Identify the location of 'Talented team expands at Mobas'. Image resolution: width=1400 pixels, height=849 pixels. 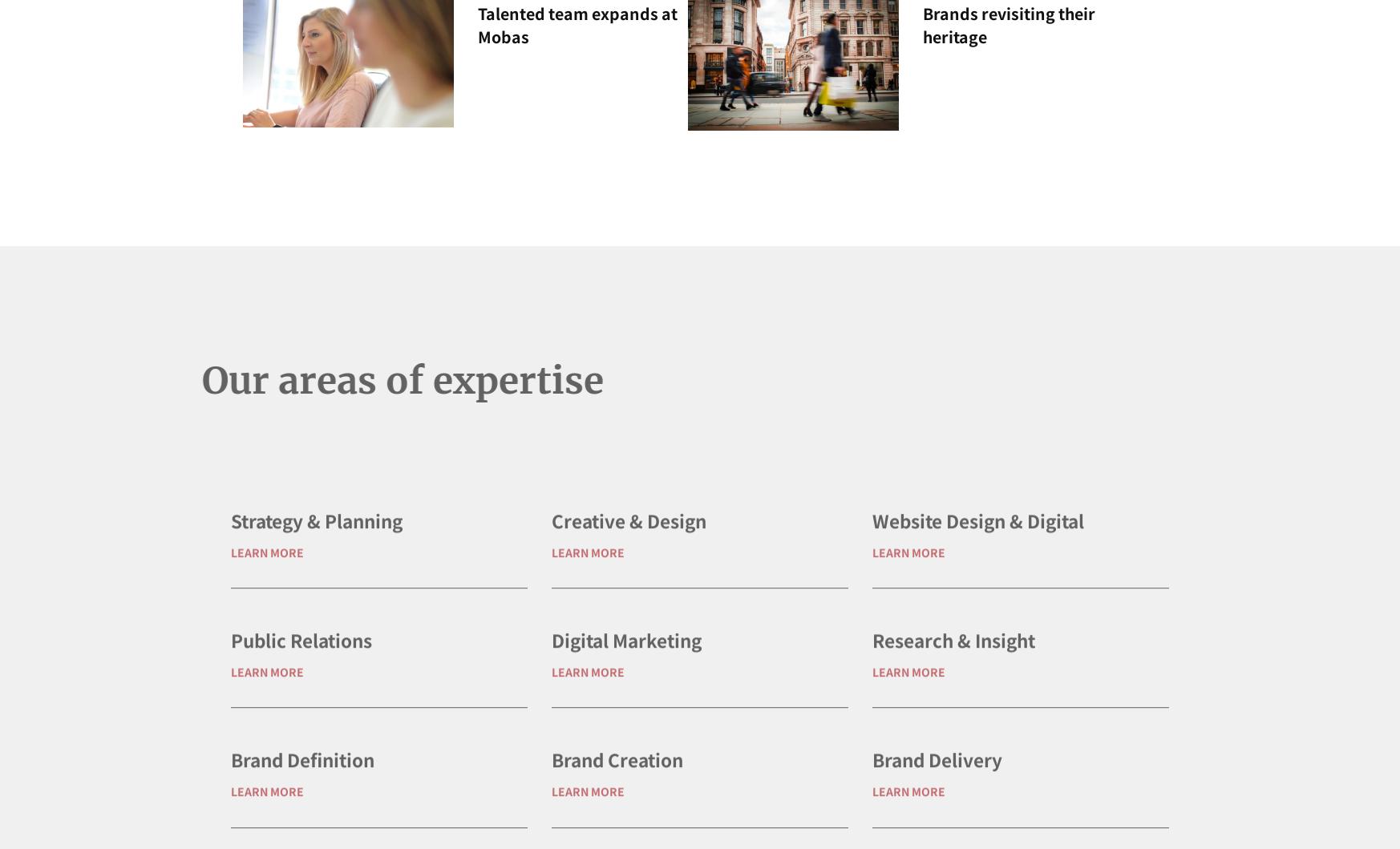
(476, 25).